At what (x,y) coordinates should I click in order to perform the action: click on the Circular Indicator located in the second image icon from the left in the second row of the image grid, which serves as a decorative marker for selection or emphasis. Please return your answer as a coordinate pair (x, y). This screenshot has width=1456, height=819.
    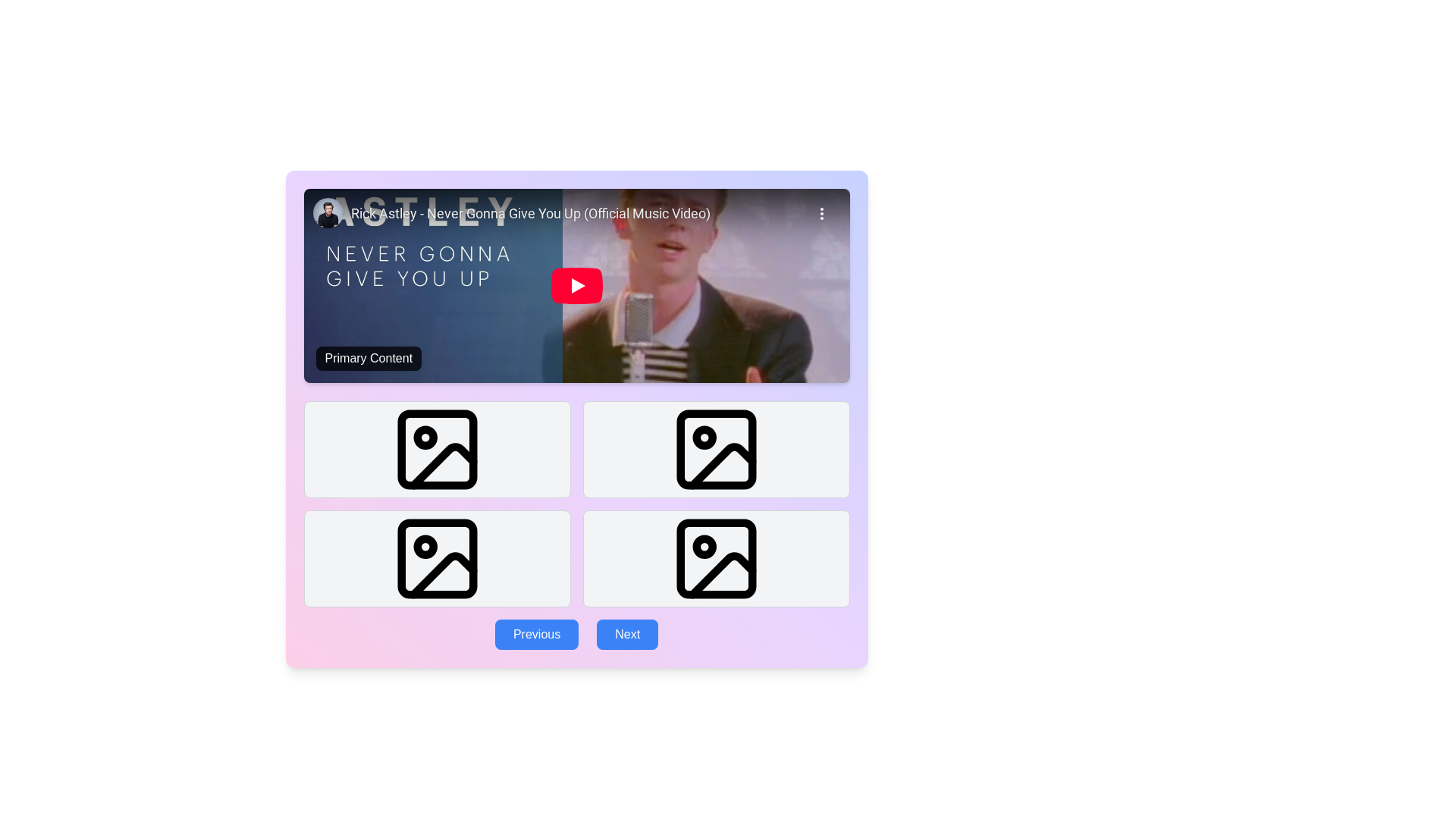
    Looking at the image, I should click on (425, 547).